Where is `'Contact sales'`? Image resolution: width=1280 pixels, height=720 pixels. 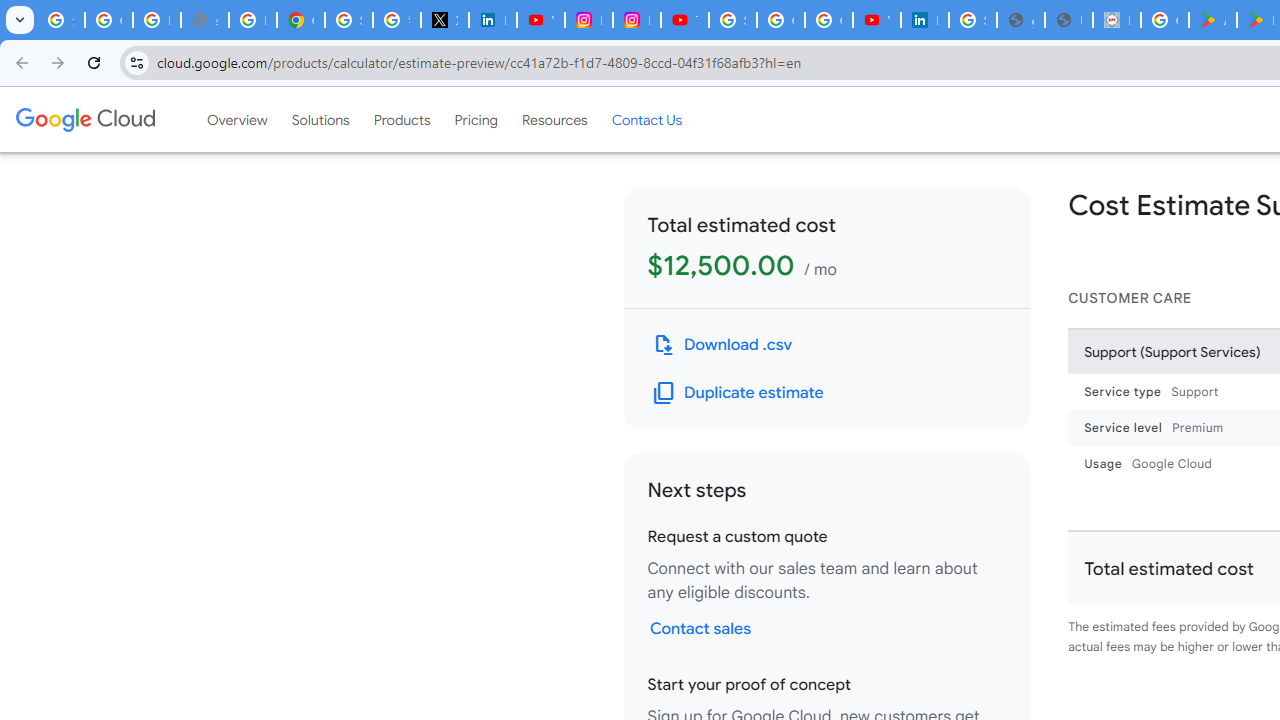
'Contact sales' is located at coordinates (700, 627).